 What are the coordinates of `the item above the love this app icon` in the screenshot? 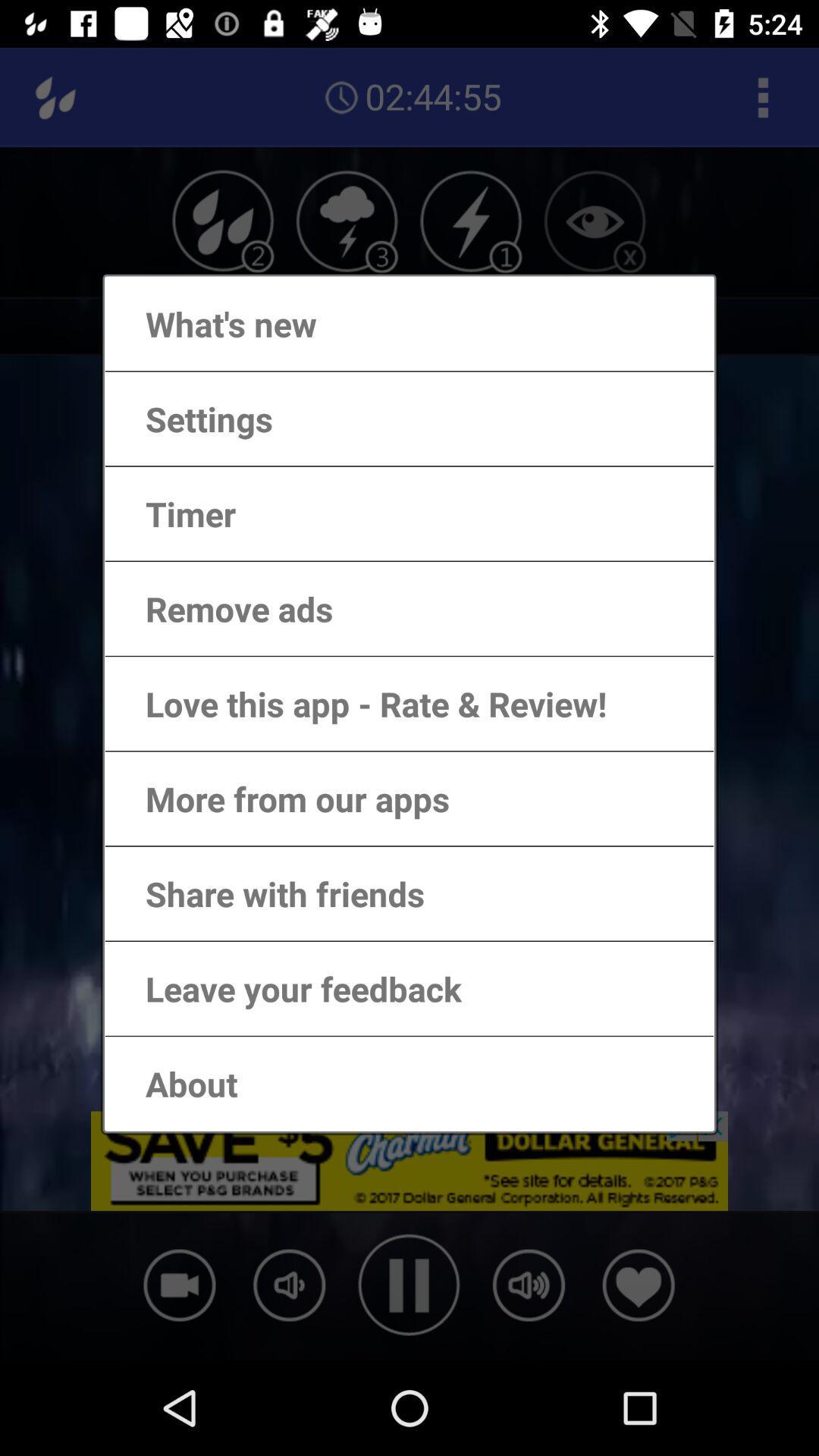 It's located at (224, 608).